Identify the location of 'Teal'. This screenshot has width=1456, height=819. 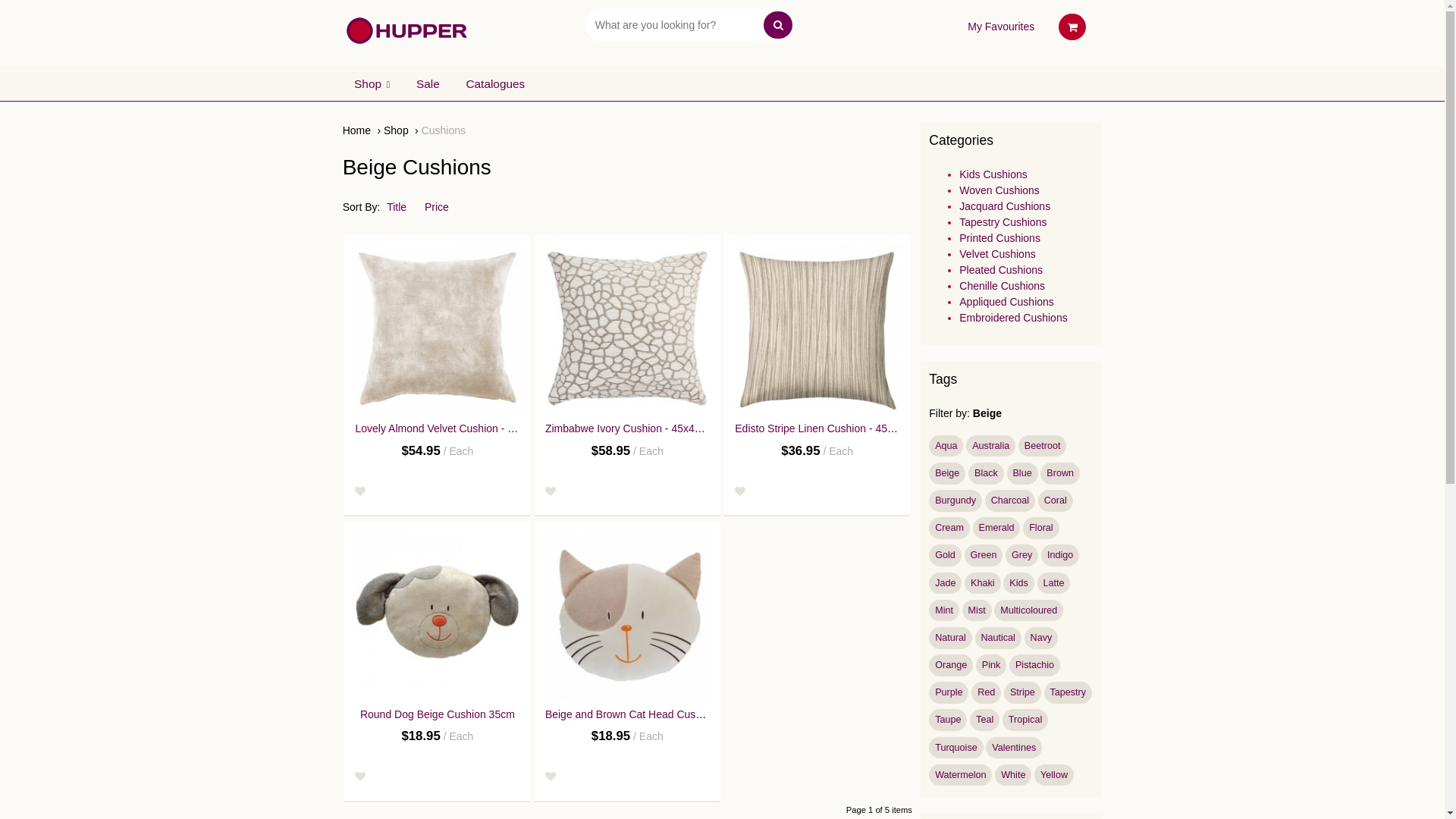
(984, 719).